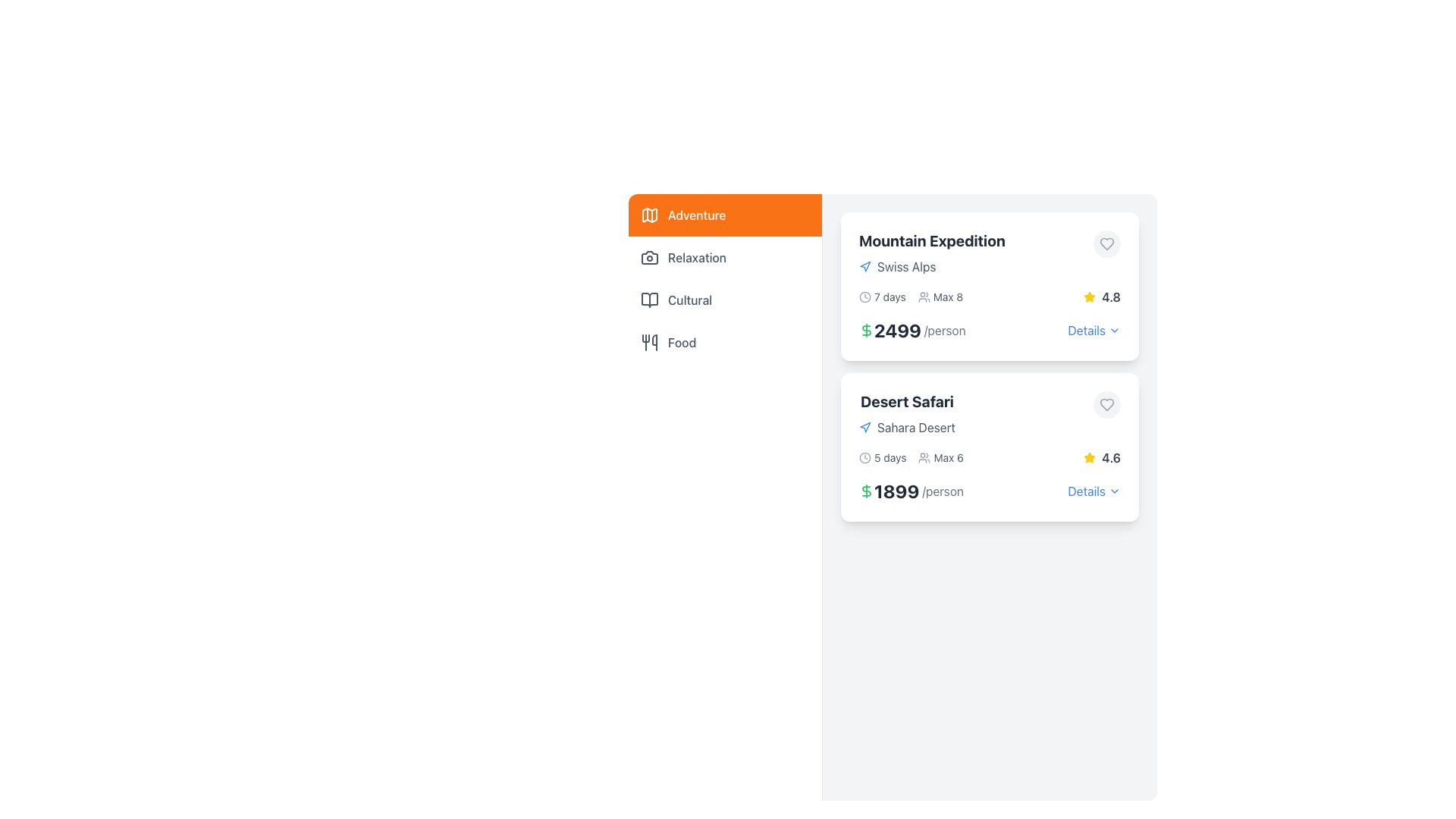  I want to click on the 'Adventure' text label, which is styled in white on an orange background and serves as a menu item in the vertical menu on the left side of the interface, so click(696, 215).